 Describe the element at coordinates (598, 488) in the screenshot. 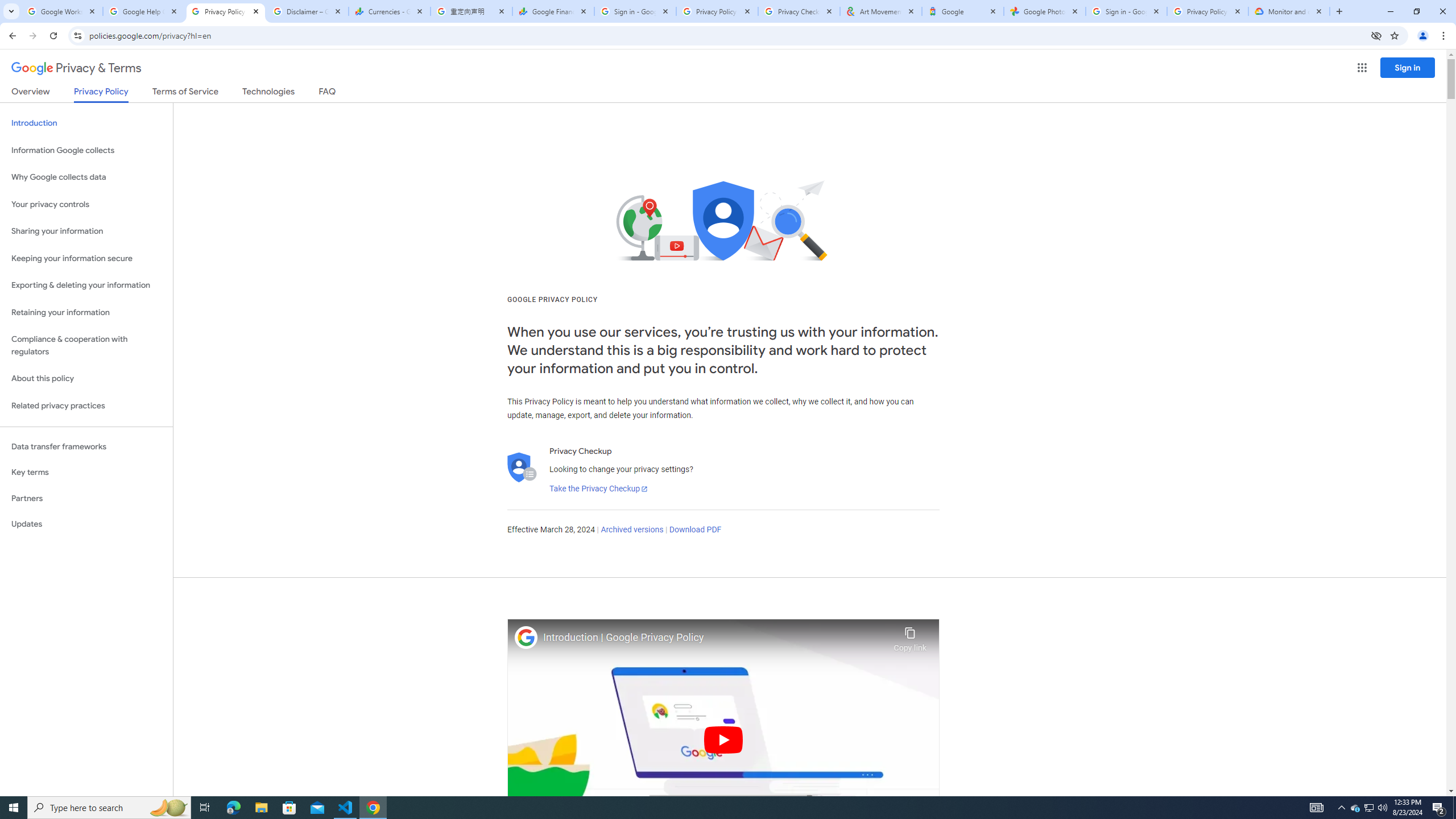

I see `'Take the Privacy Checkup'` at that location.